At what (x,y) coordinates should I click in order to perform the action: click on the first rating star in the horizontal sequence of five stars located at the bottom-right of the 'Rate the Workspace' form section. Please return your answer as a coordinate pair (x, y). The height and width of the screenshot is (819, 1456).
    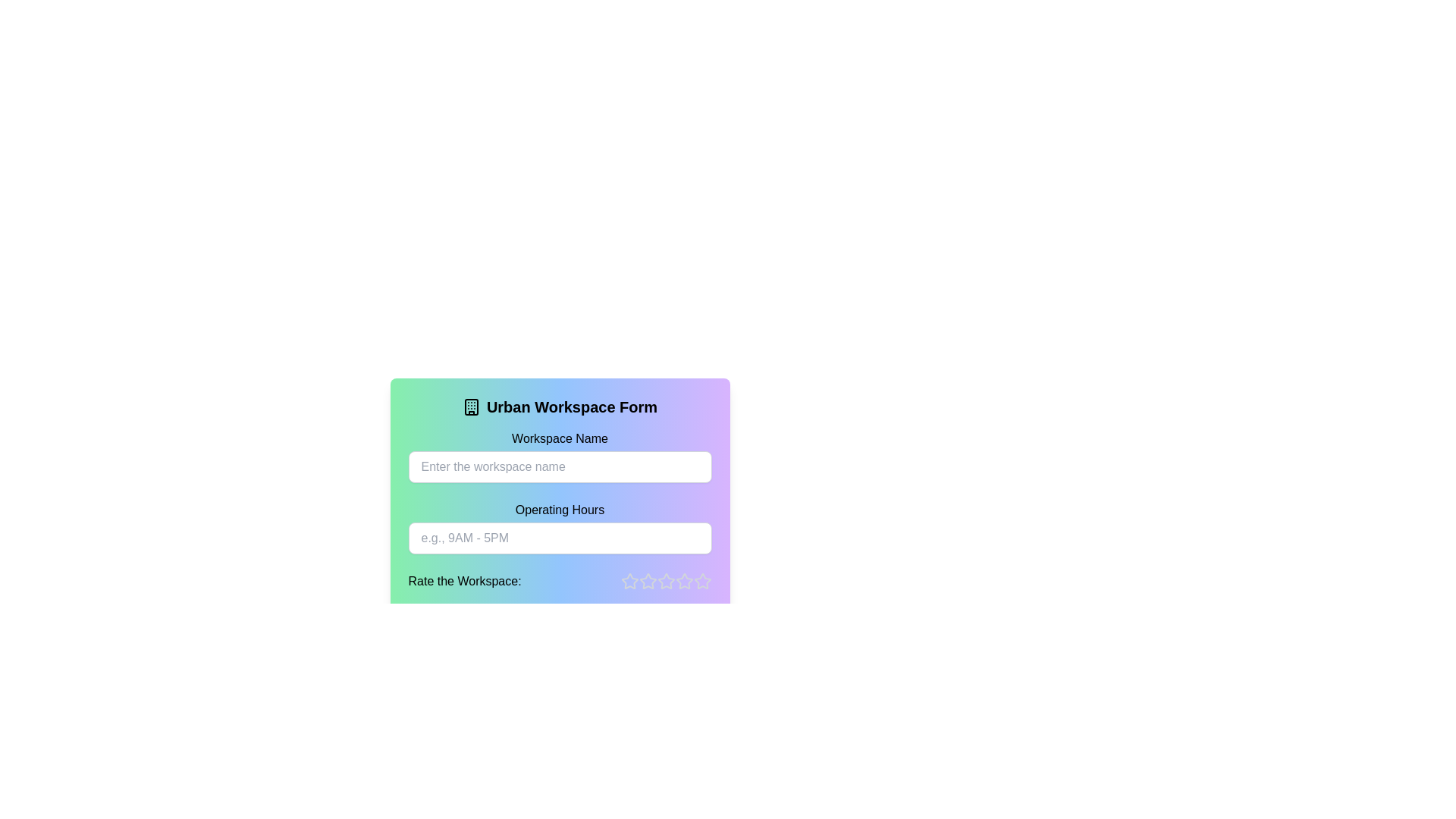
    Looking at the image, I should click on (629, 580).